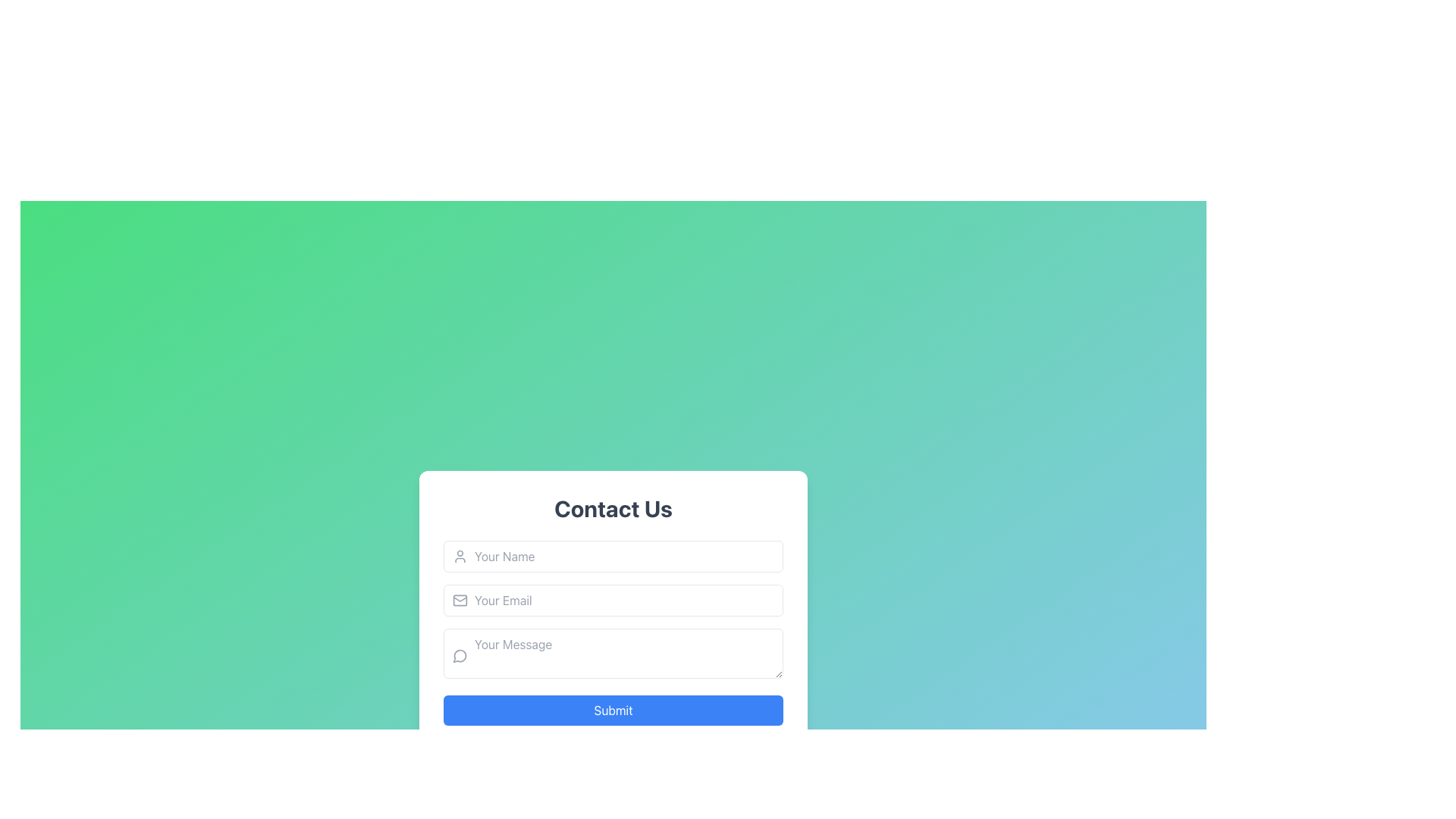 The width and height of the screenshot is (1456, 819). Describe the element at coordinates (613, 509) in the screenshot. I see `the heading element displaying 'Contact Us', which is bold and large, positioned at the top of the form section` at that location.